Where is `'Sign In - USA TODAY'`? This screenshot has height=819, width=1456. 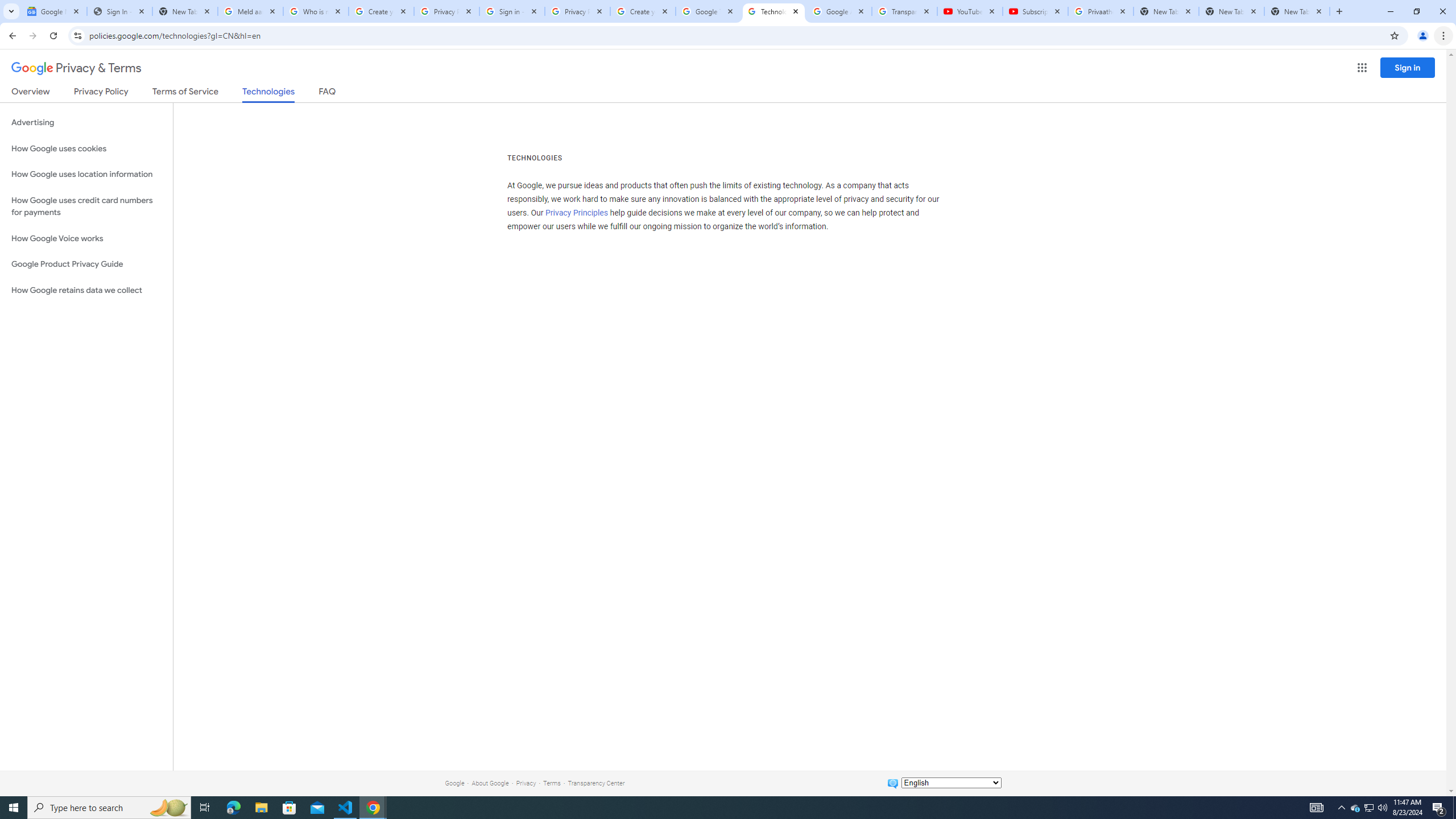
'Sign In - USA TODAY' is located at coordinates (118, 11).